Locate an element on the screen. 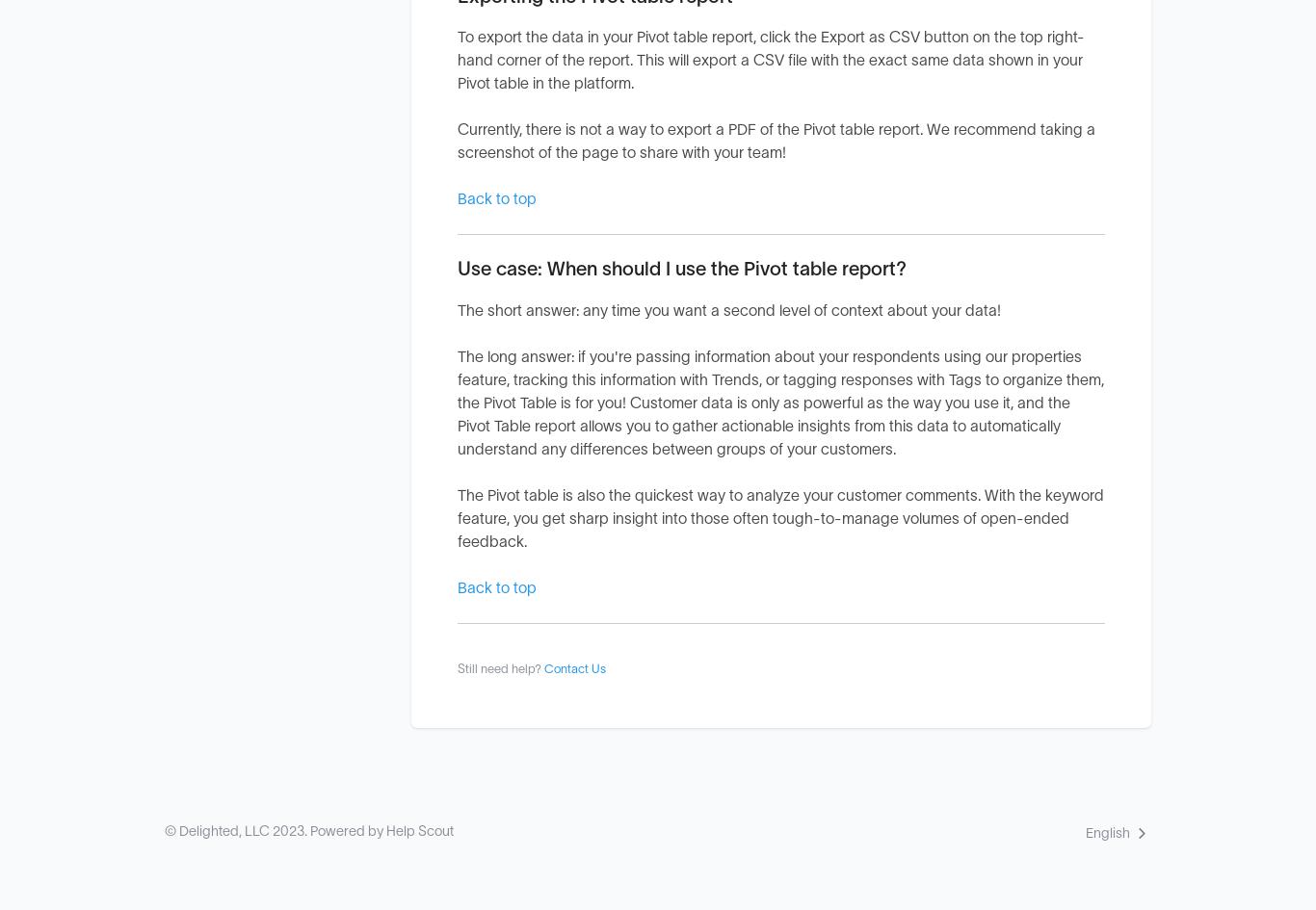 The image size is (1316, 910). 'To export the data in your Pivot table report, click the Export as CSV button on the top right-hand corner of the report. This will export a CSV file with the exact same data shown in your Pivot table in the platform.' is located at coordinates (770, 61).